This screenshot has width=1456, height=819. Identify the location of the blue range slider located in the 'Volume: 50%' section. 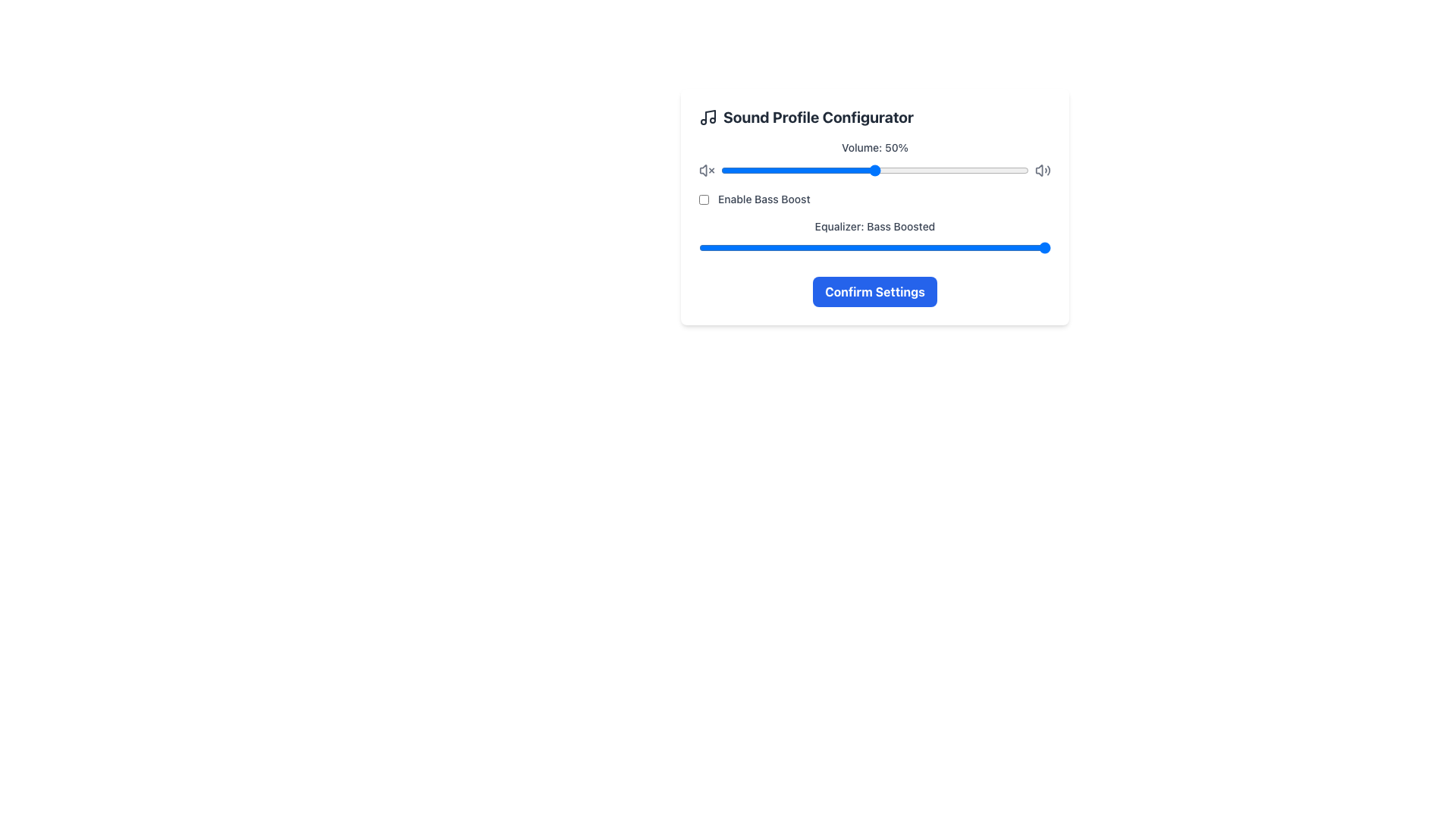
(874, 170).